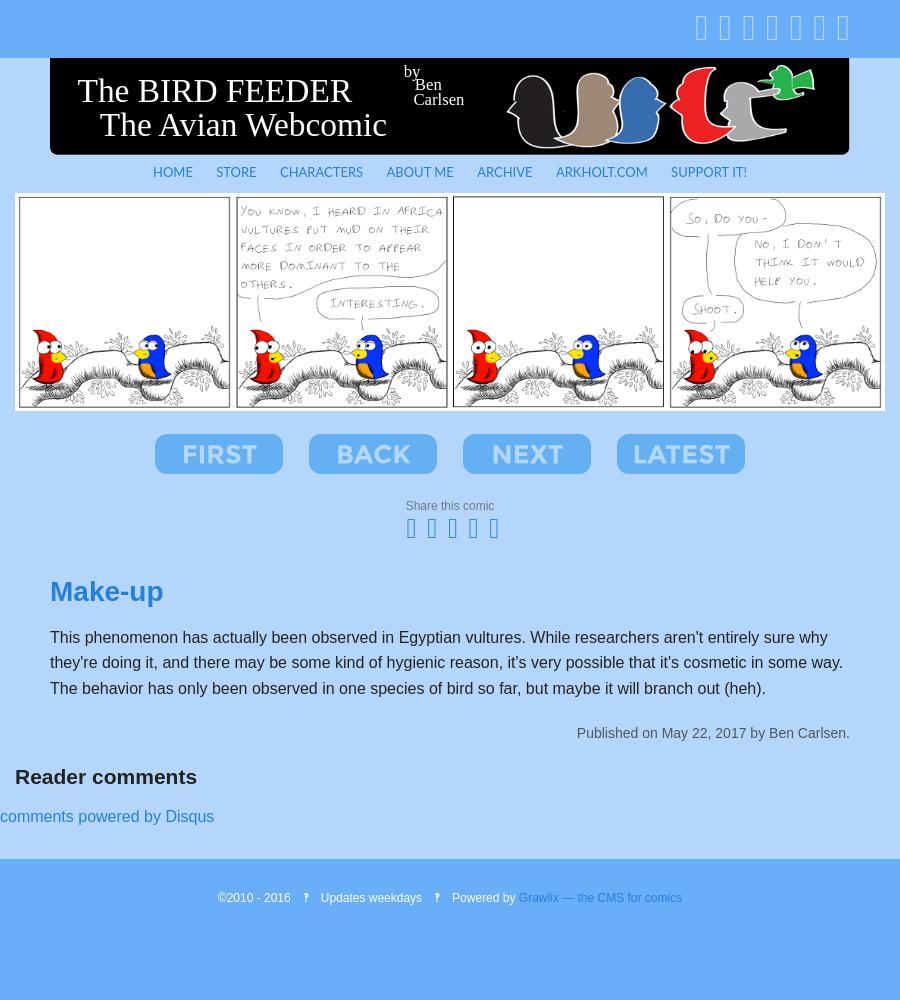 This screenshot has width=900, height=1000. Describe the element at coordinates (189, 815) in the screenshot. I see `'Disqus'` at that location.